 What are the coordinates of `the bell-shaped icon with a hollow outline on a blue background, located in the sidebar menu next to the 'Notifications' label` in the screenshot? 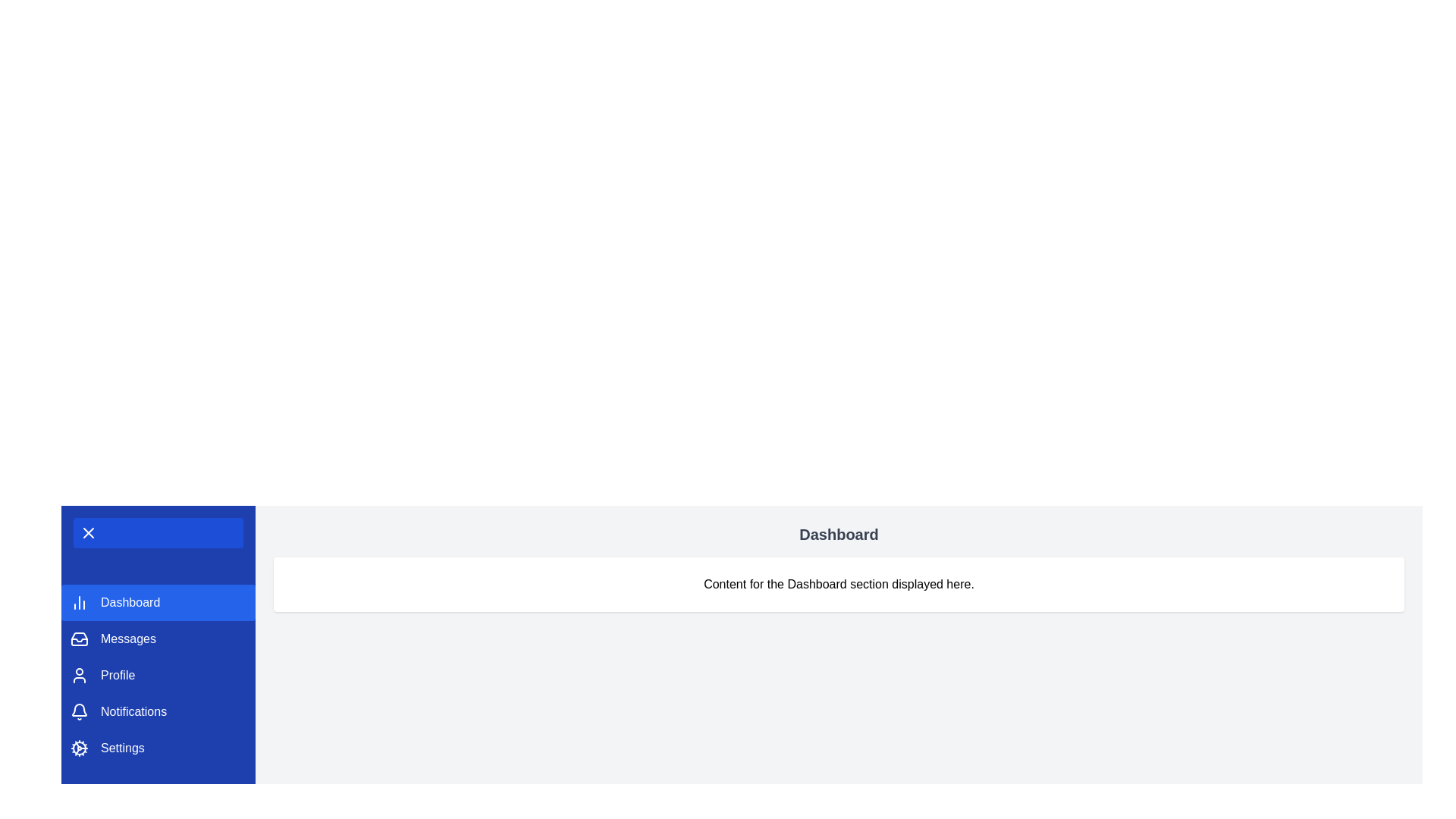 It's located at (79, 711).